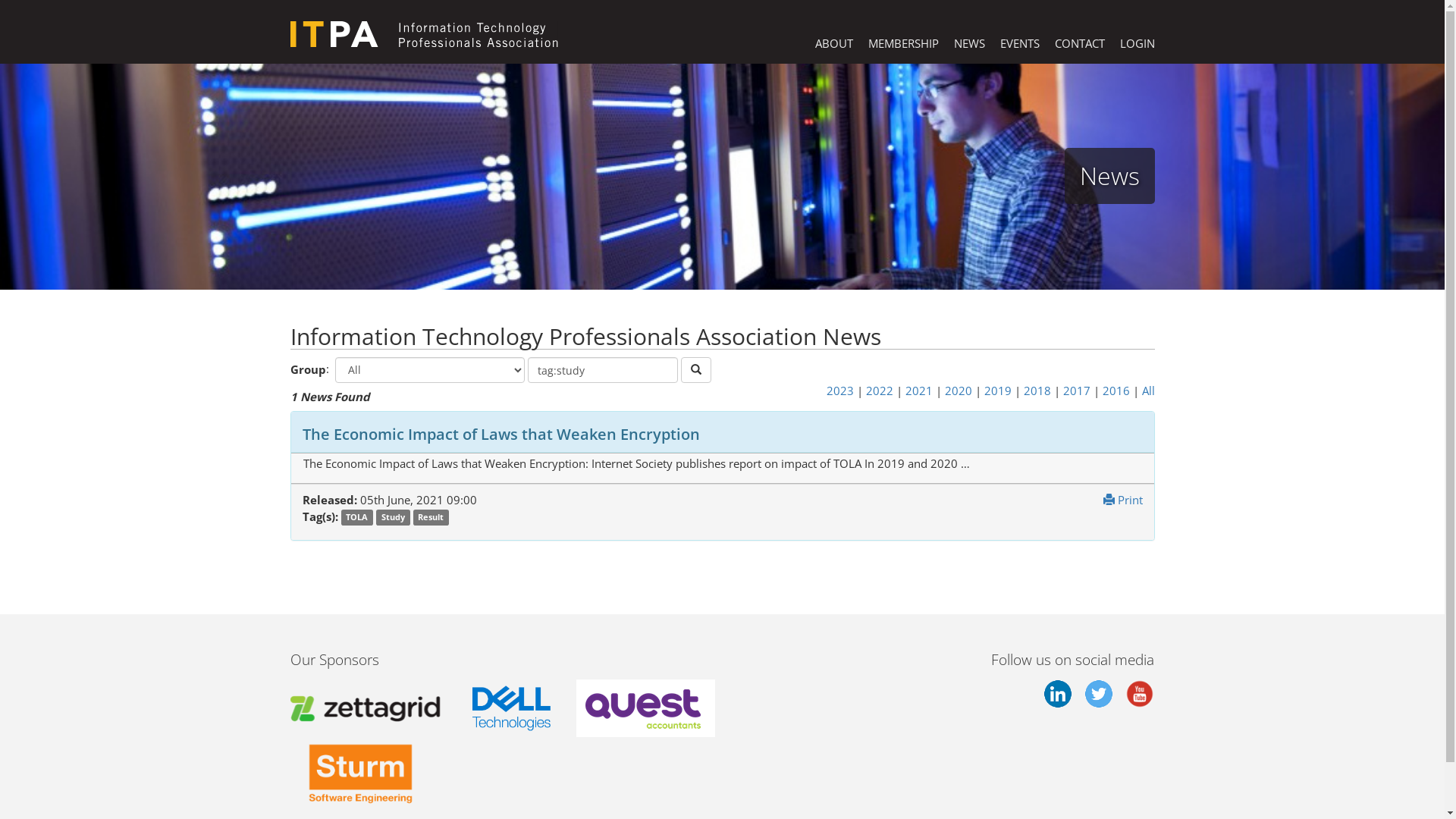  I want to click on 'Sturm Software Engineering', so click(359, 772).